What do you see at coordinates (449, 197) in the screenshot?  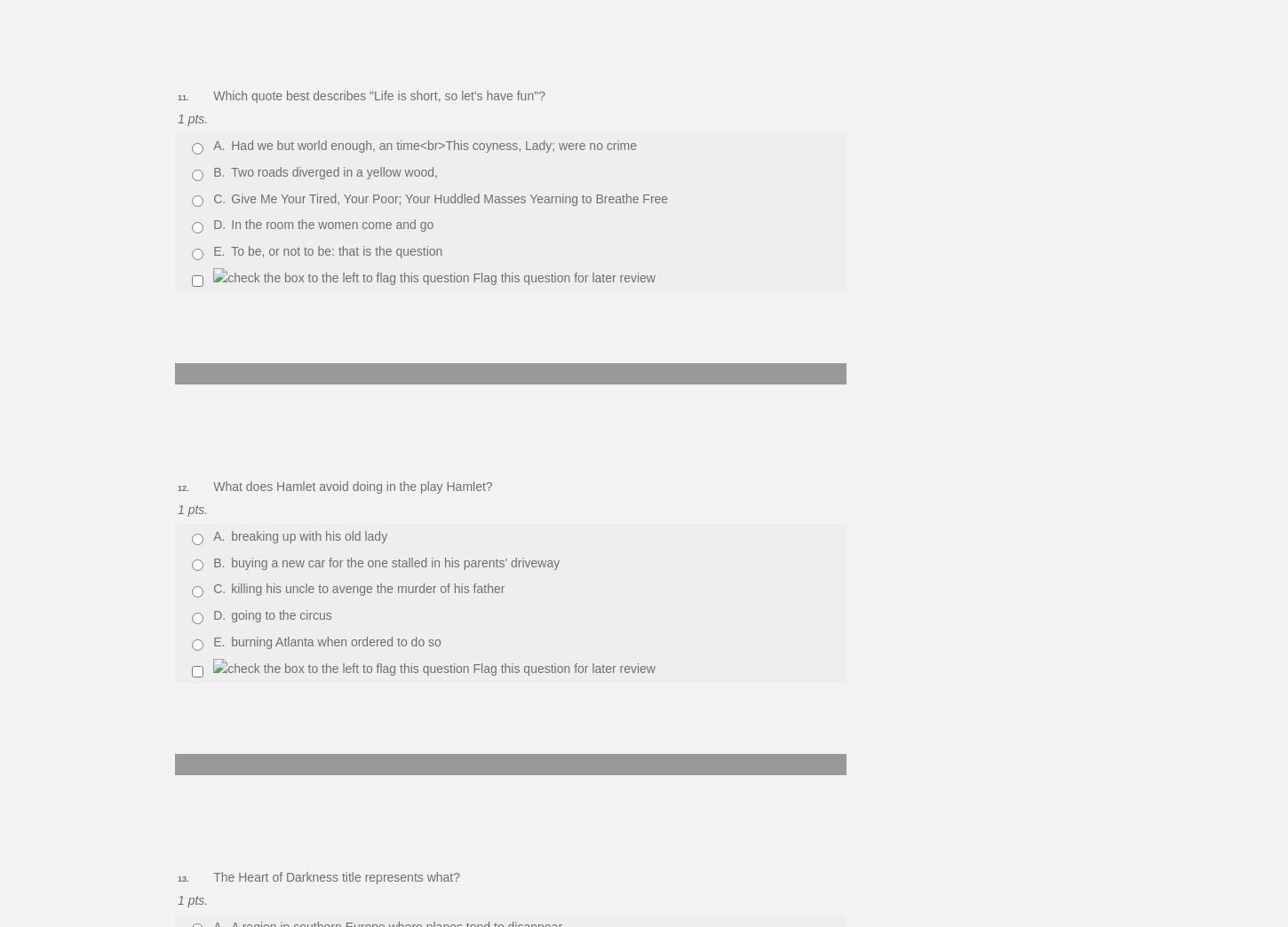 I see `'Give Me Your Tired, Your Poor; Your Huddled Masses Yearning to Breathe Free'` at bounding box center [449, 197].